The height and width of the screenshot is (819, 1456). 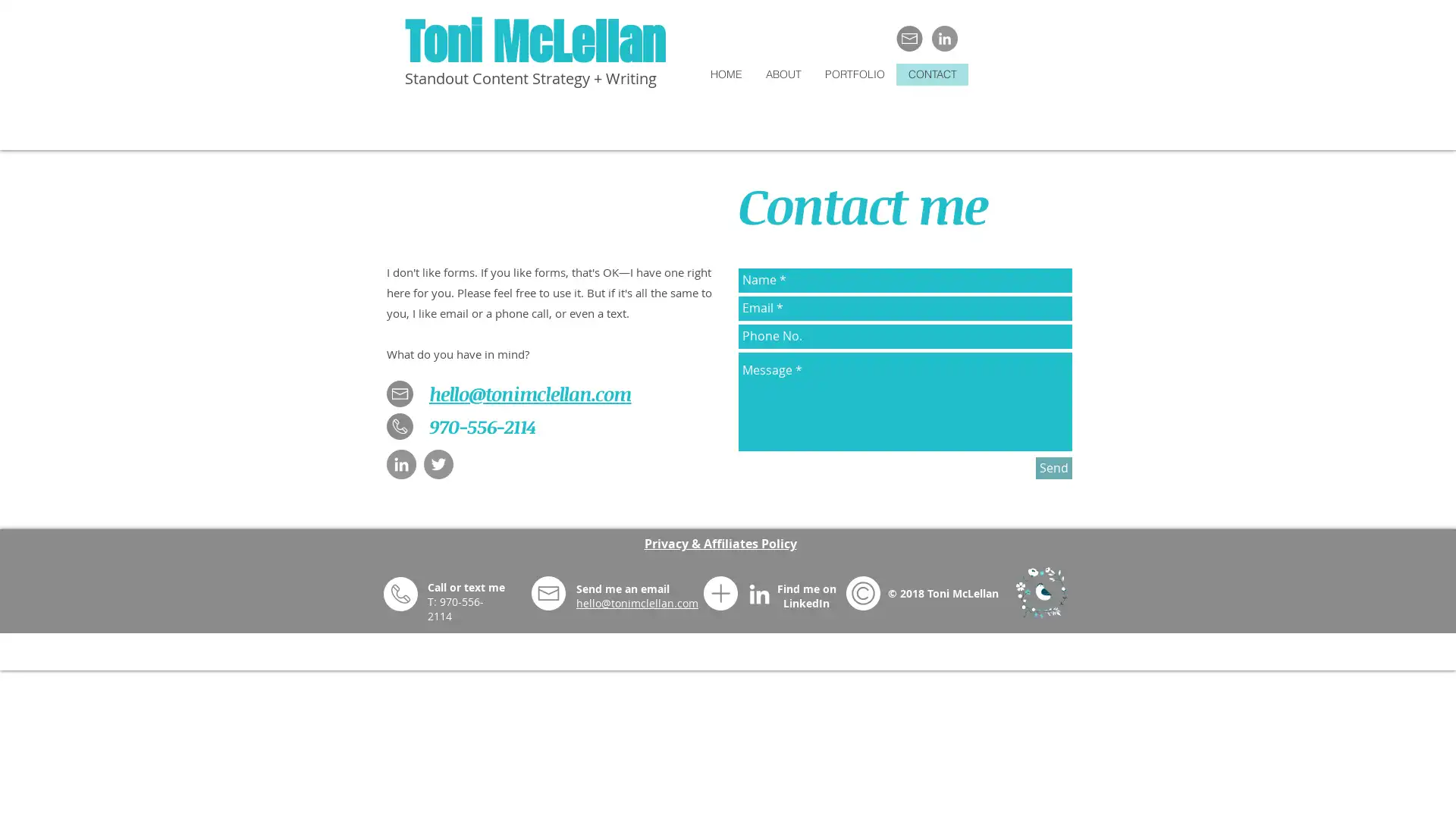 I want to click on Send, so click(x=1053, y=466).